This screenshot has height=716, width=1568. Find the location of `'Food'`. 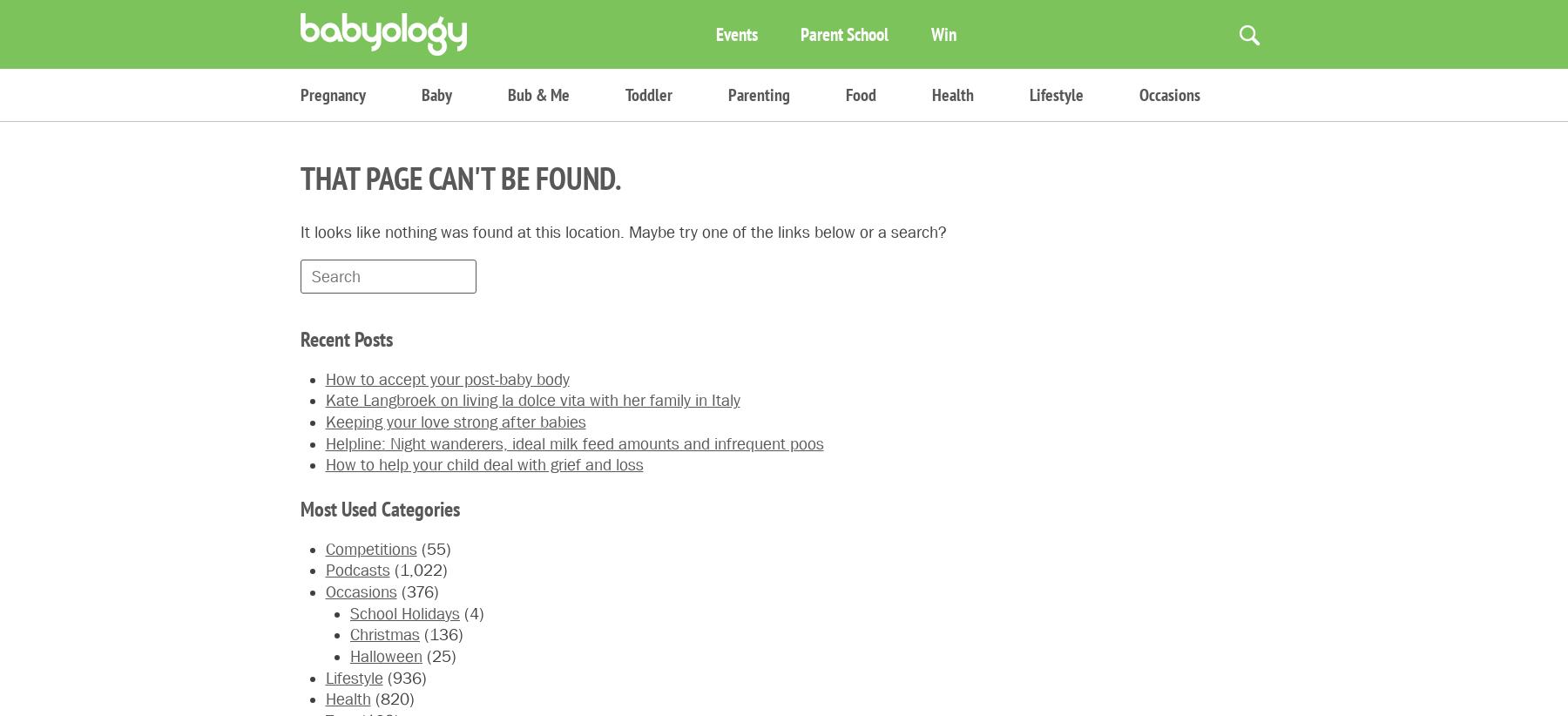

'Food' is located at coordinates (860, 93).